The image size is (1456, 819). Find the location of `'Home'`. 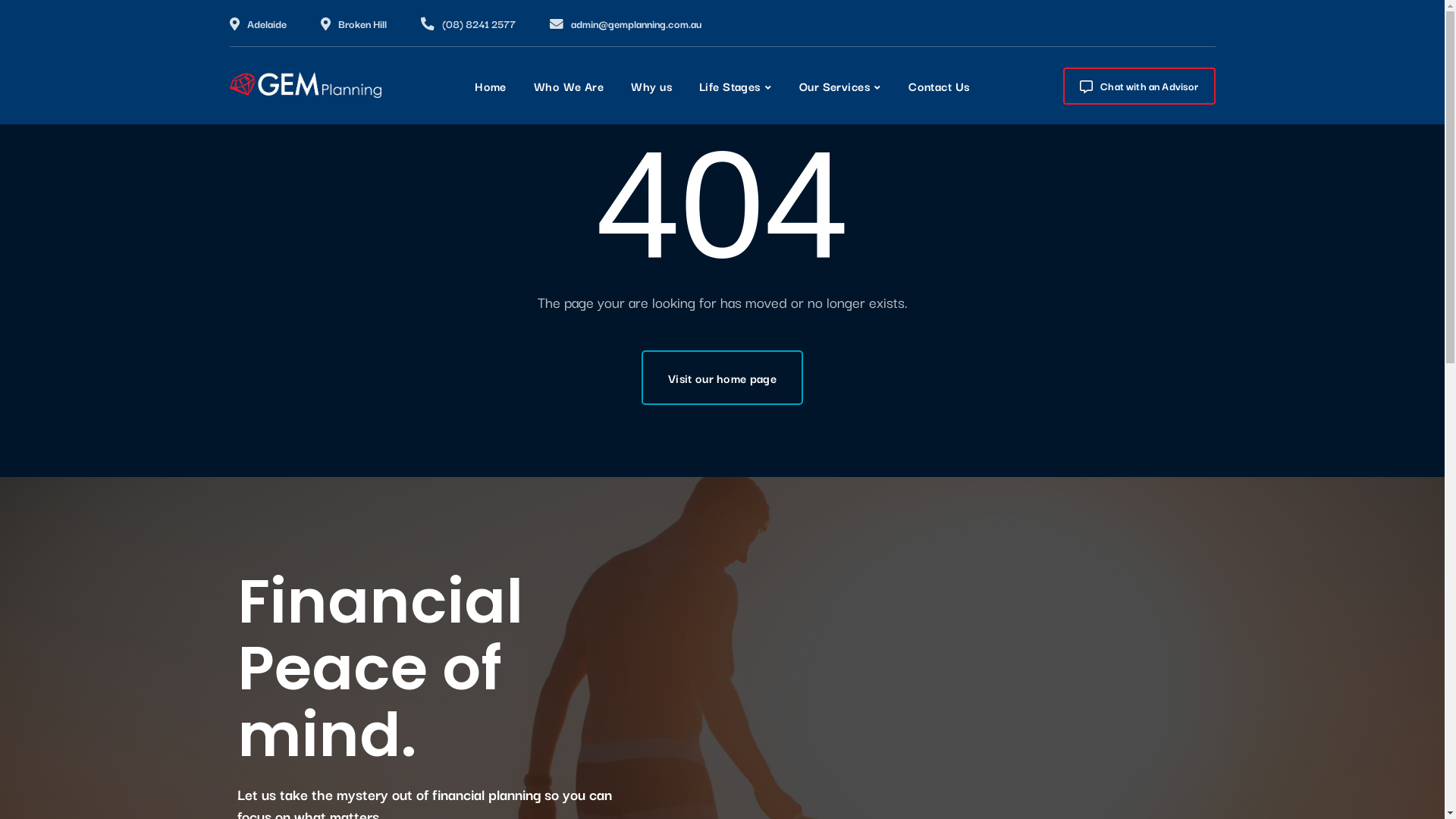

'Home' is located at coordinates (460, 85).